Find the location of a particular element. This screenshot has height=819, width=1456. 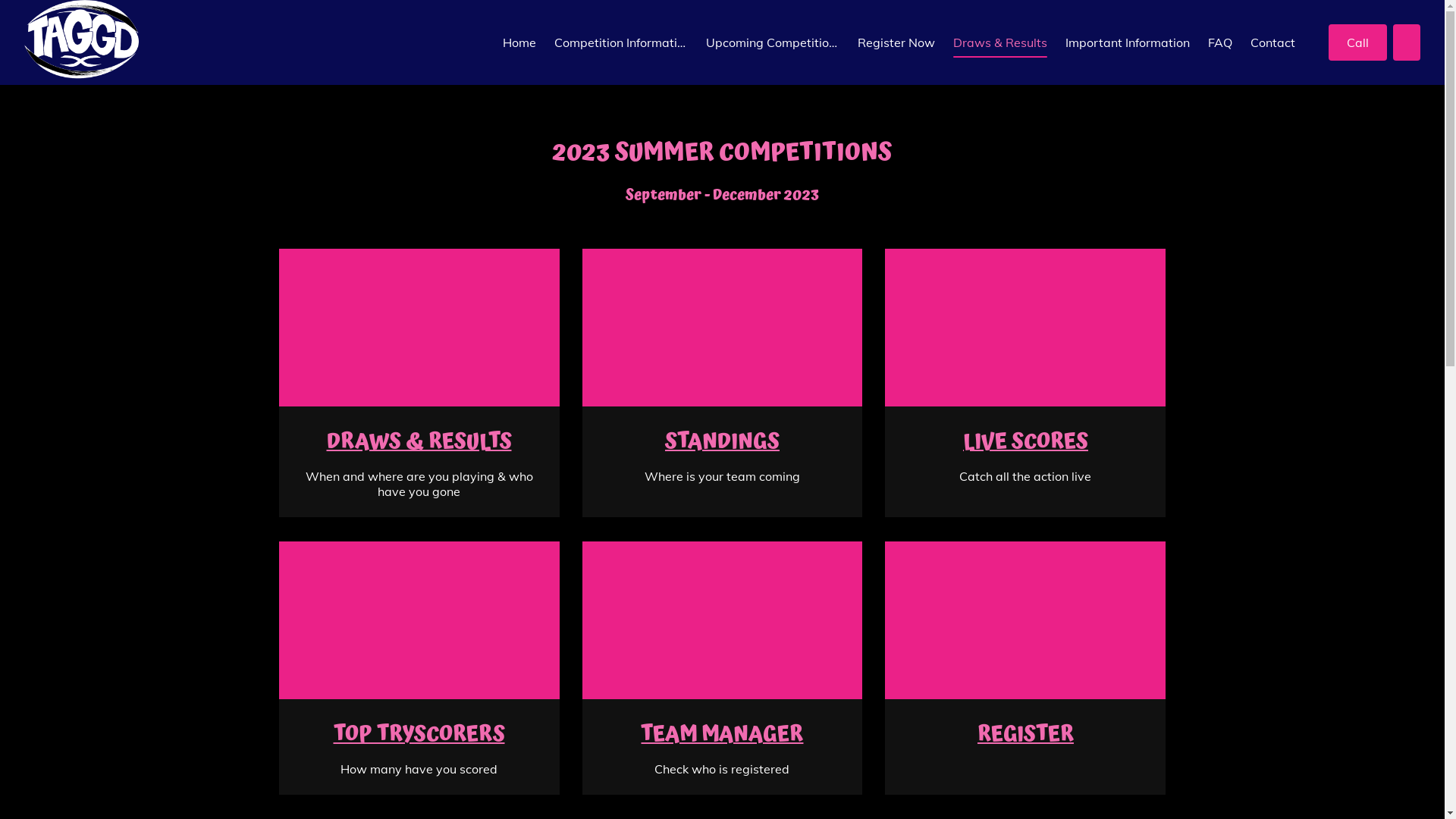

'Call' is located at coordinates (1328, 42).